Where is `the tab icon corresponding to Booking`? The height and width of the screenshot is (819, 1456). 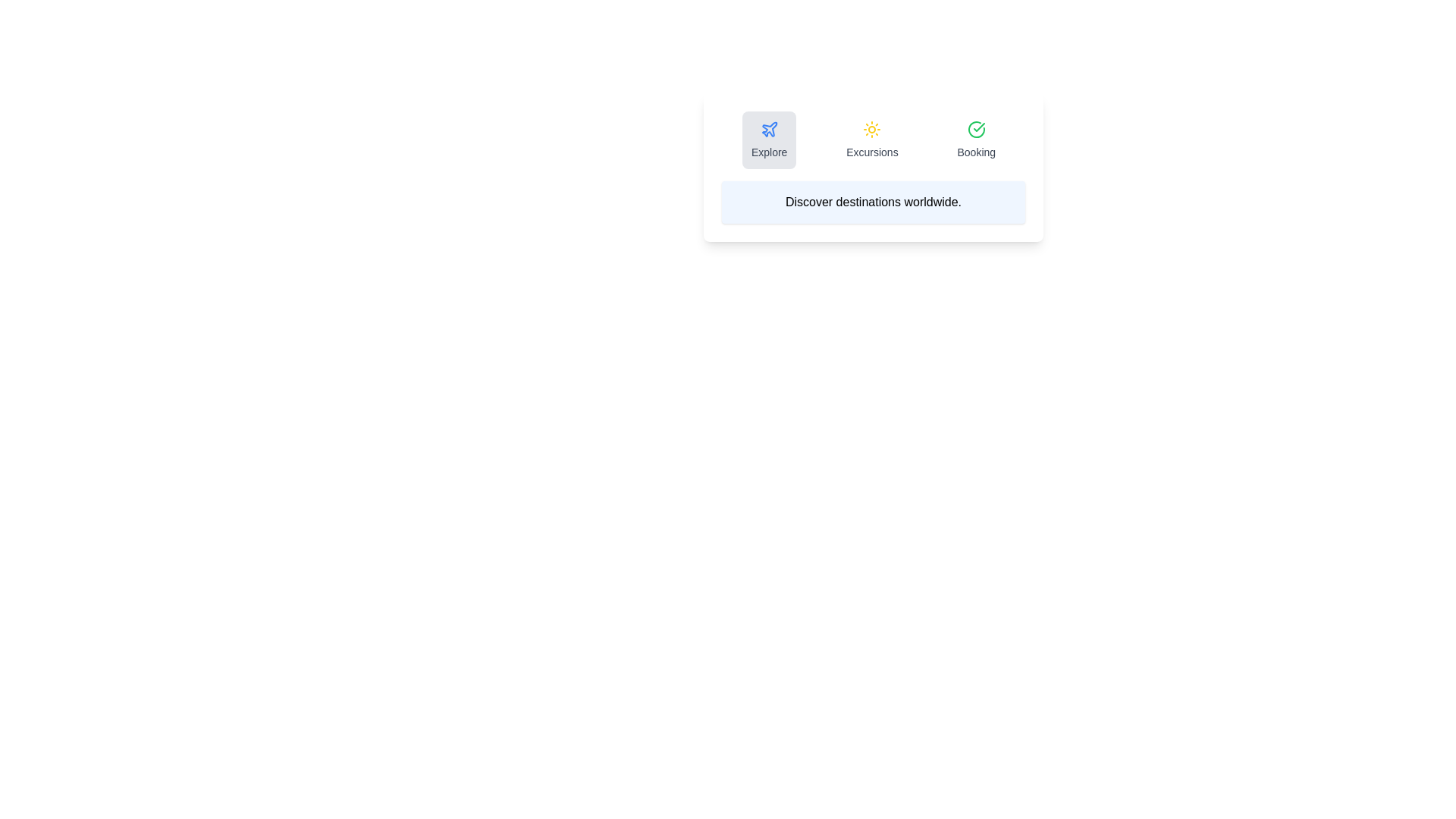
the tab icon corresponding to Booking is located at coordinates (976, 140).